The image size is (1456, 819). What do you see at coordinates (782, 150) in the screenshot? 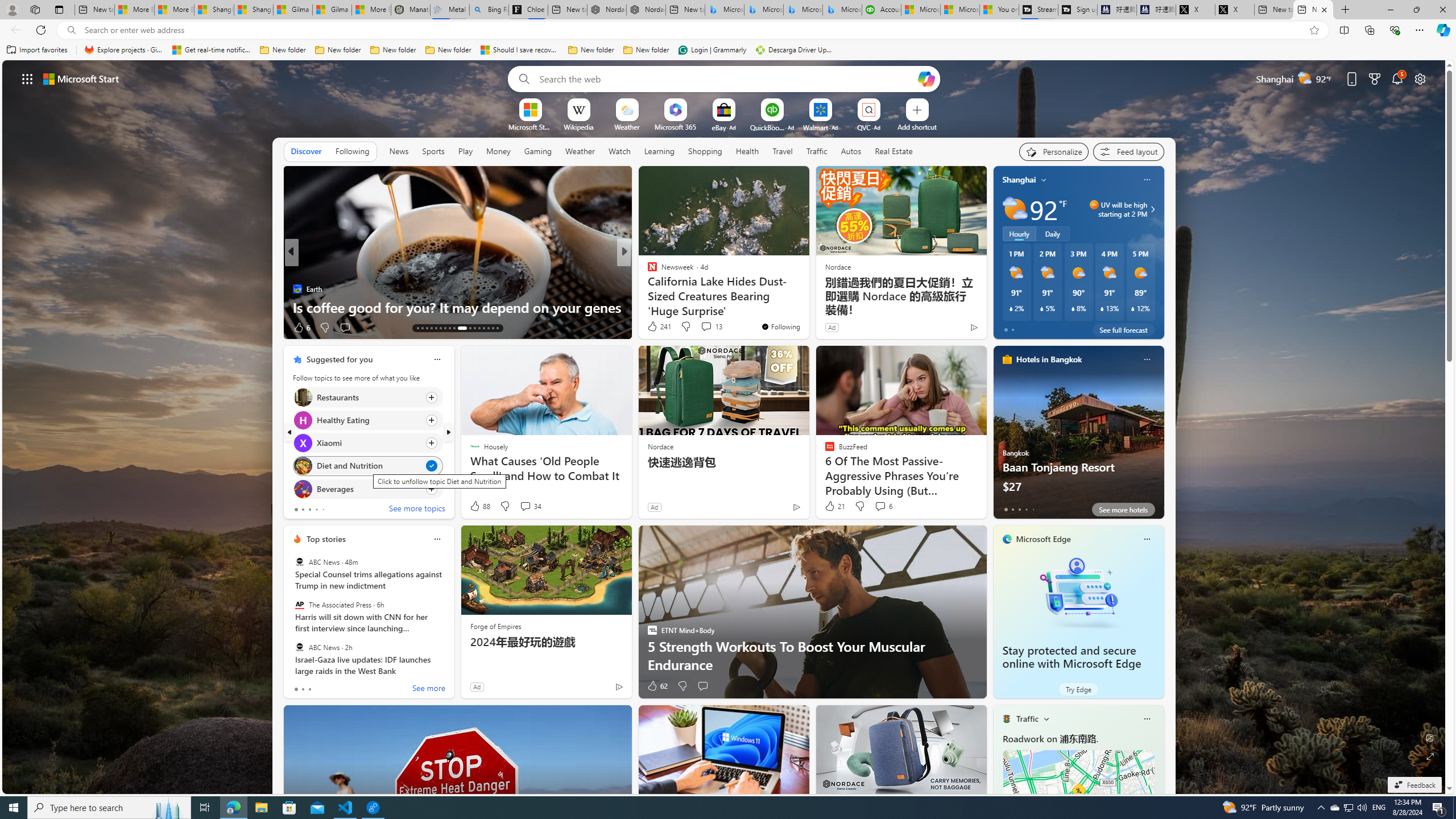
I see `'Travel'` at bounding box center [782, 150].